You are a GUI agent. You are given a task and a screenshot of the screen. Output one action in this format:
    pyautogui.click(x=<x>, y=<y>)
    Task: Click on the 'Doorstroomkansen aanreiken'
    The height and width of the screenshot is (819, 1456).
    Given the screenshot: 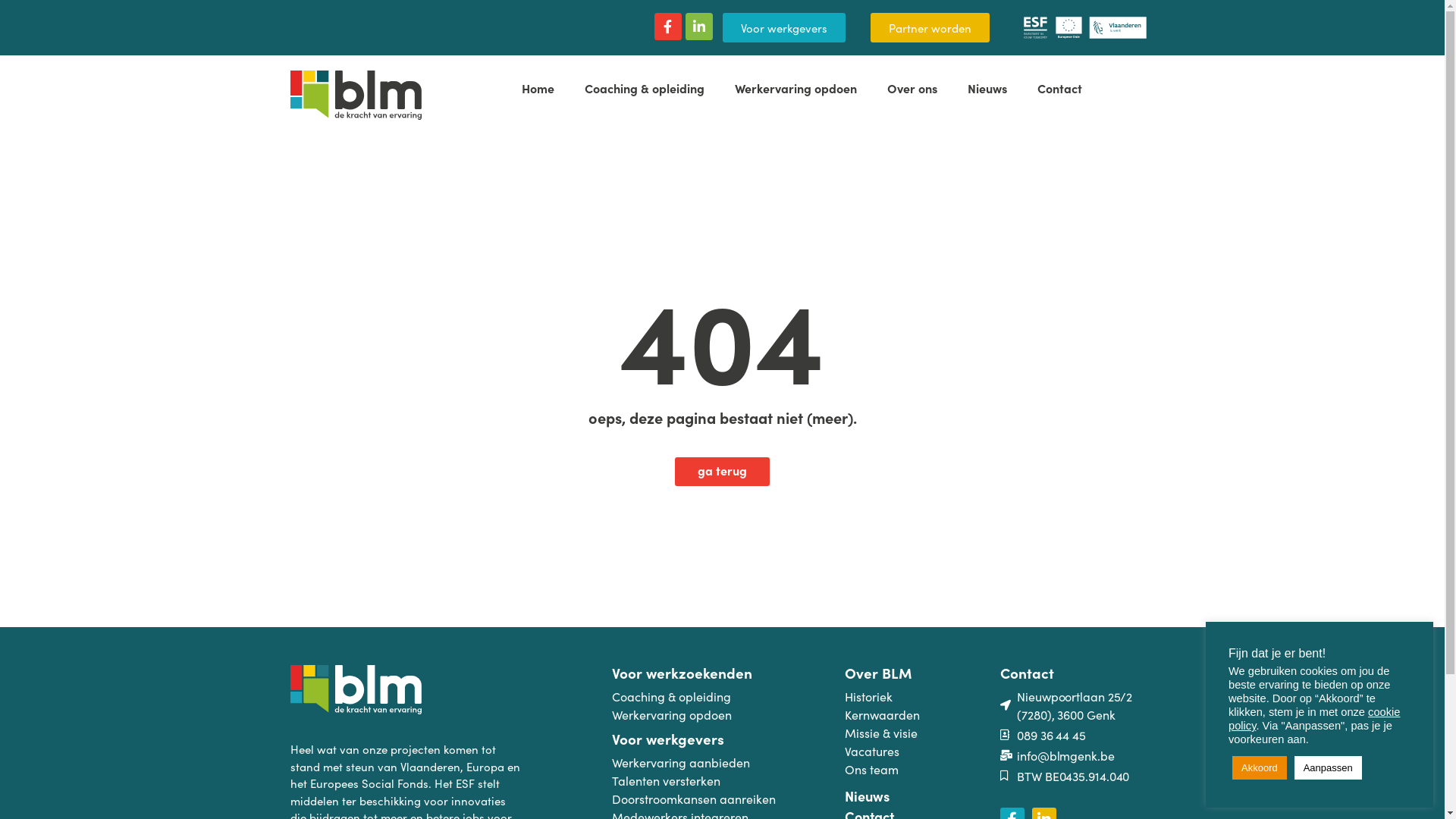 What is the action you would take?
    pyautogui.click(x=728, y=798)
    